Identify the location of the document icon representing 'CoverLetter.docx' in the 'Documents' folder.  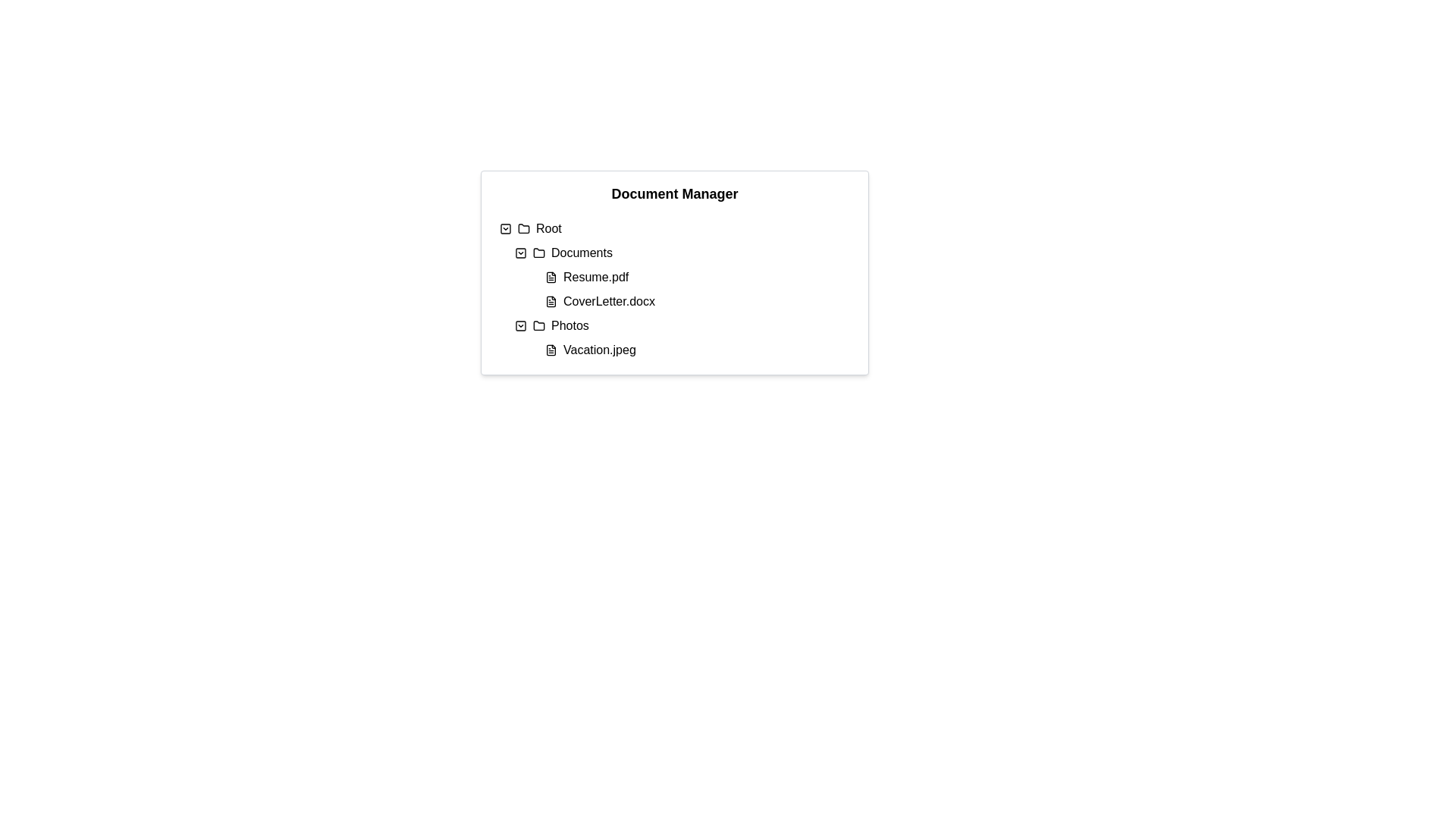
(550, 301).